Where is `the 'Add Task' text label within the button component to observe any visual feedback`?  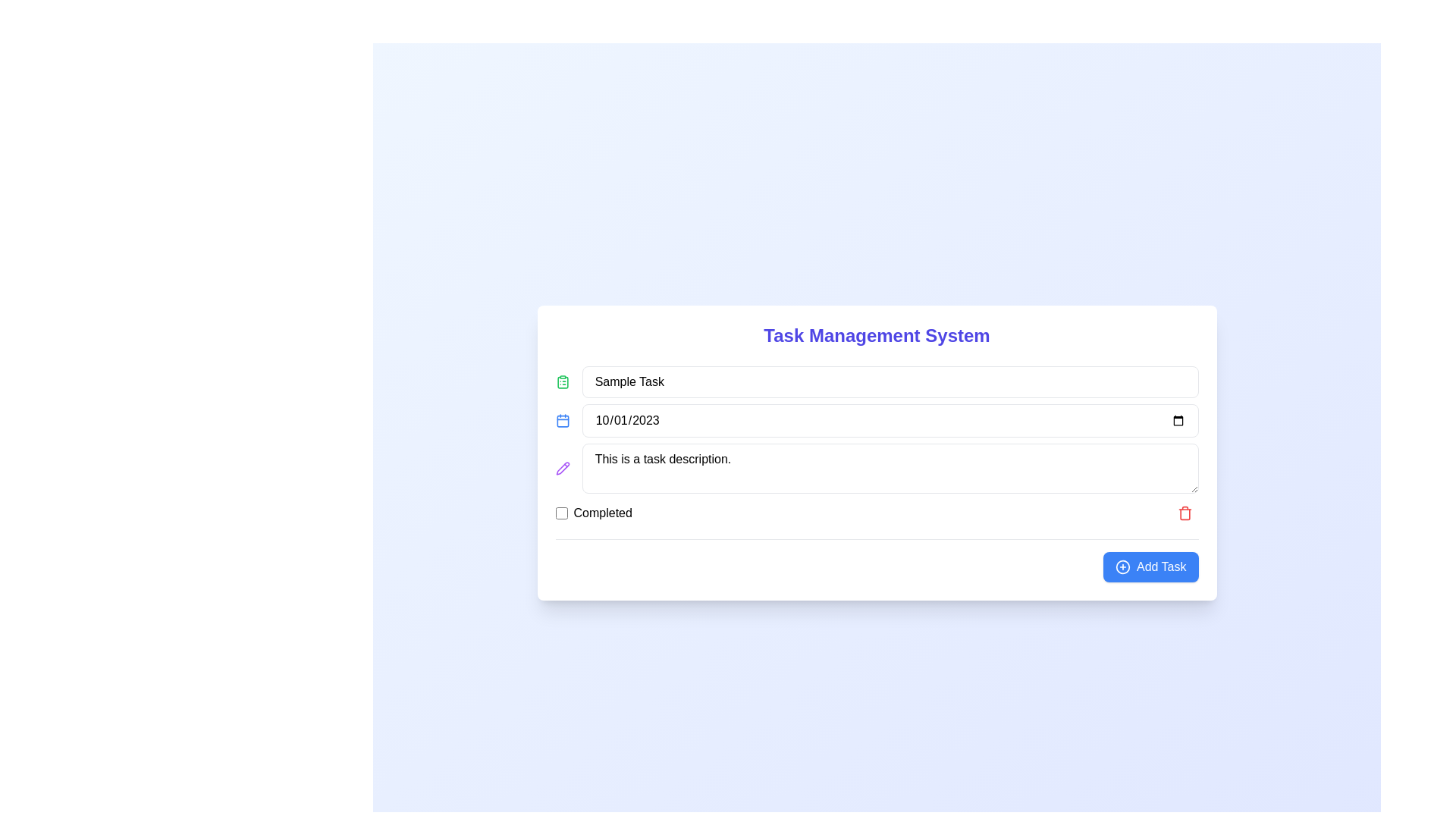 the 'Add Task' text label within the button component to observe any visual feedback is located at coordinates (1160, 566).